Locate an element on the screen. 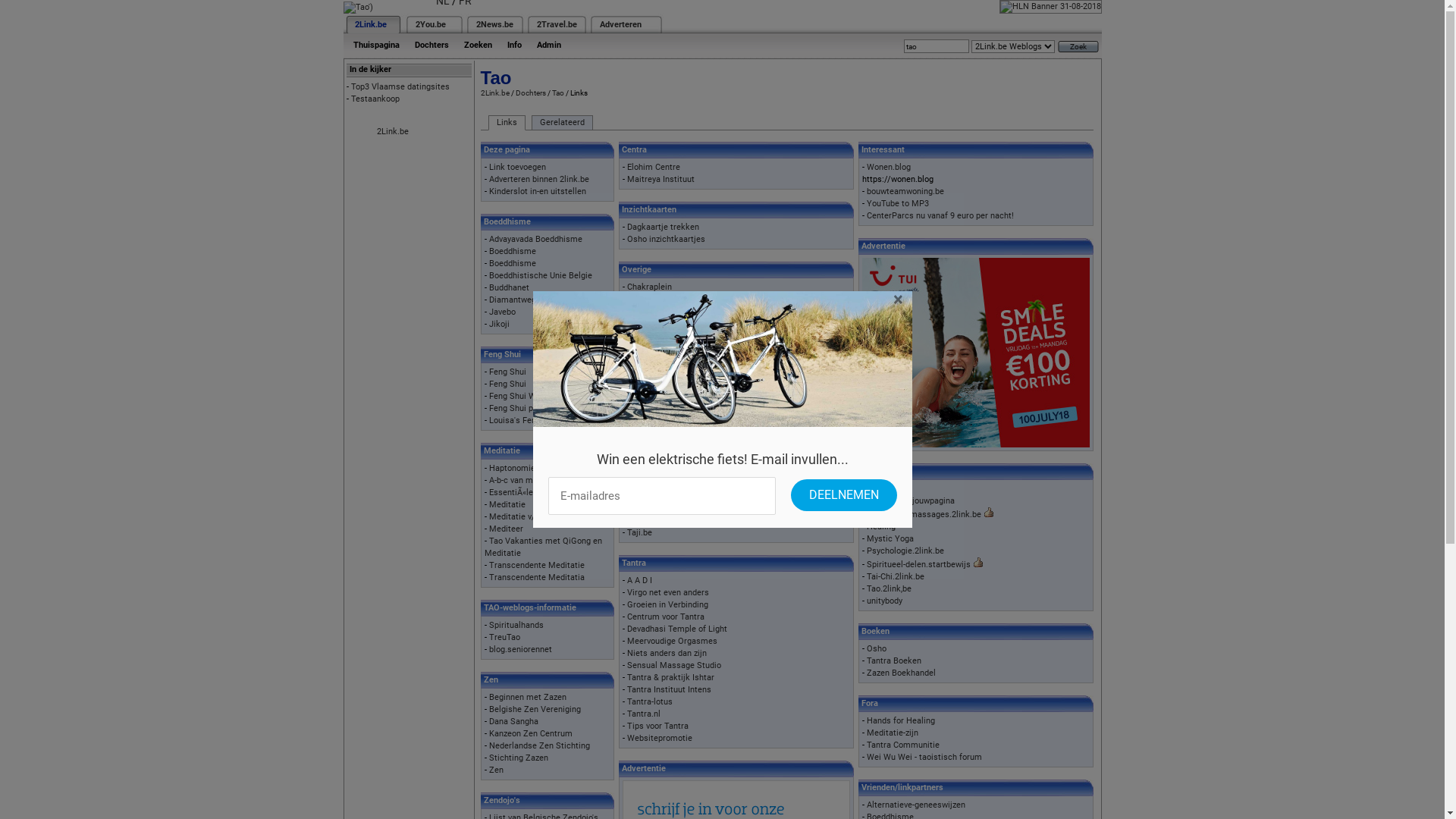  'Dochters' is located at coordinates (430, 44).